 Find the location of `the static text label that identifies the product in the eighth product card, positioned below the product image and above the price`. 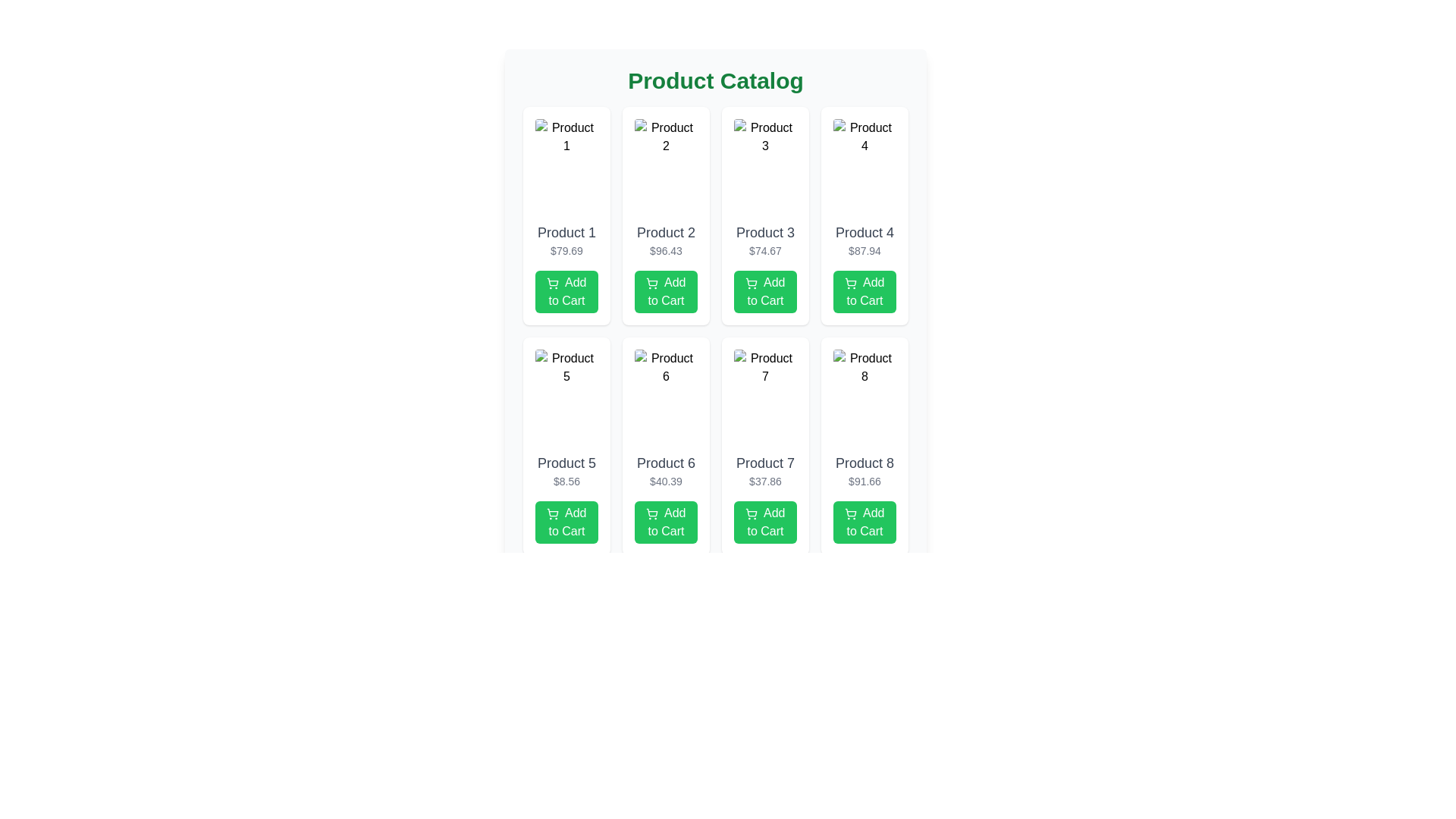

the static text label that identifies the product in the eighth product card, positioned below the product image and above the price is located at coordinates (864, 462).